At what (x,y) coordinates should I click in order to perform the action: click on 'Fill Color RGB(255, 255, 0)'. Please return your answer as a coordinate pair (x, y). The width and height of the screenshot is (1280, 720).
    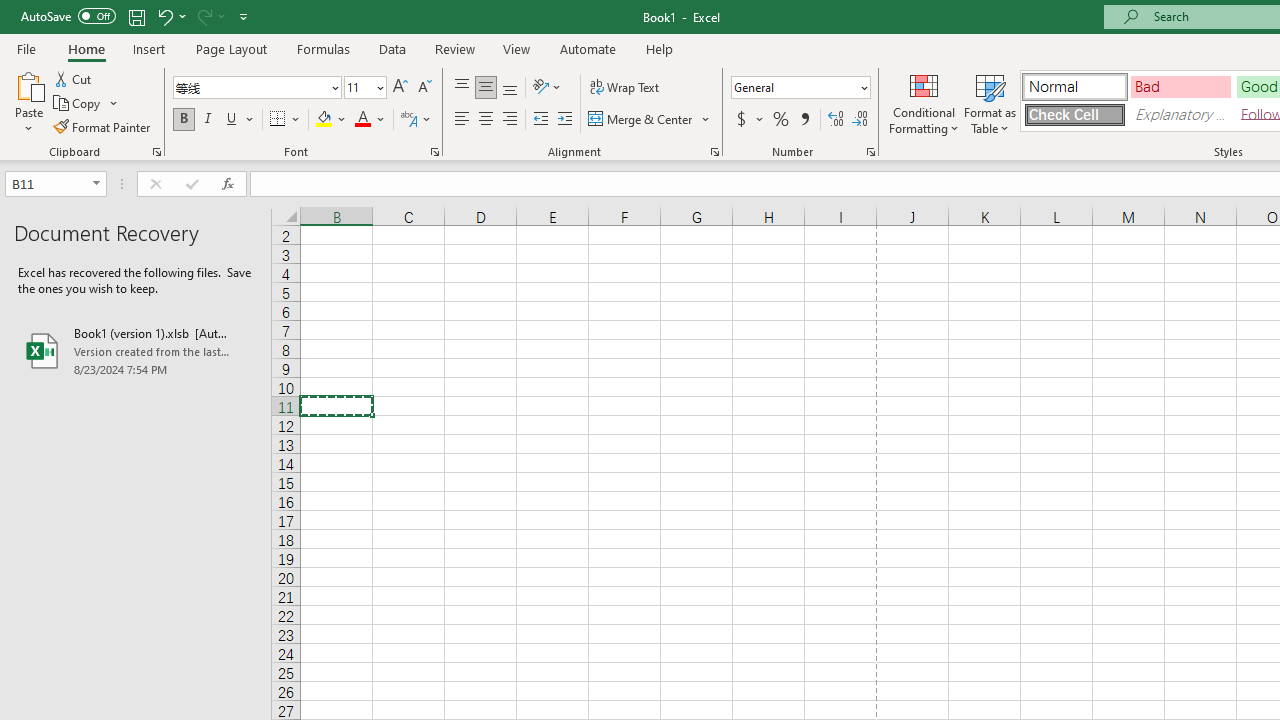
    Looking at the image, I should click on (324, 119).